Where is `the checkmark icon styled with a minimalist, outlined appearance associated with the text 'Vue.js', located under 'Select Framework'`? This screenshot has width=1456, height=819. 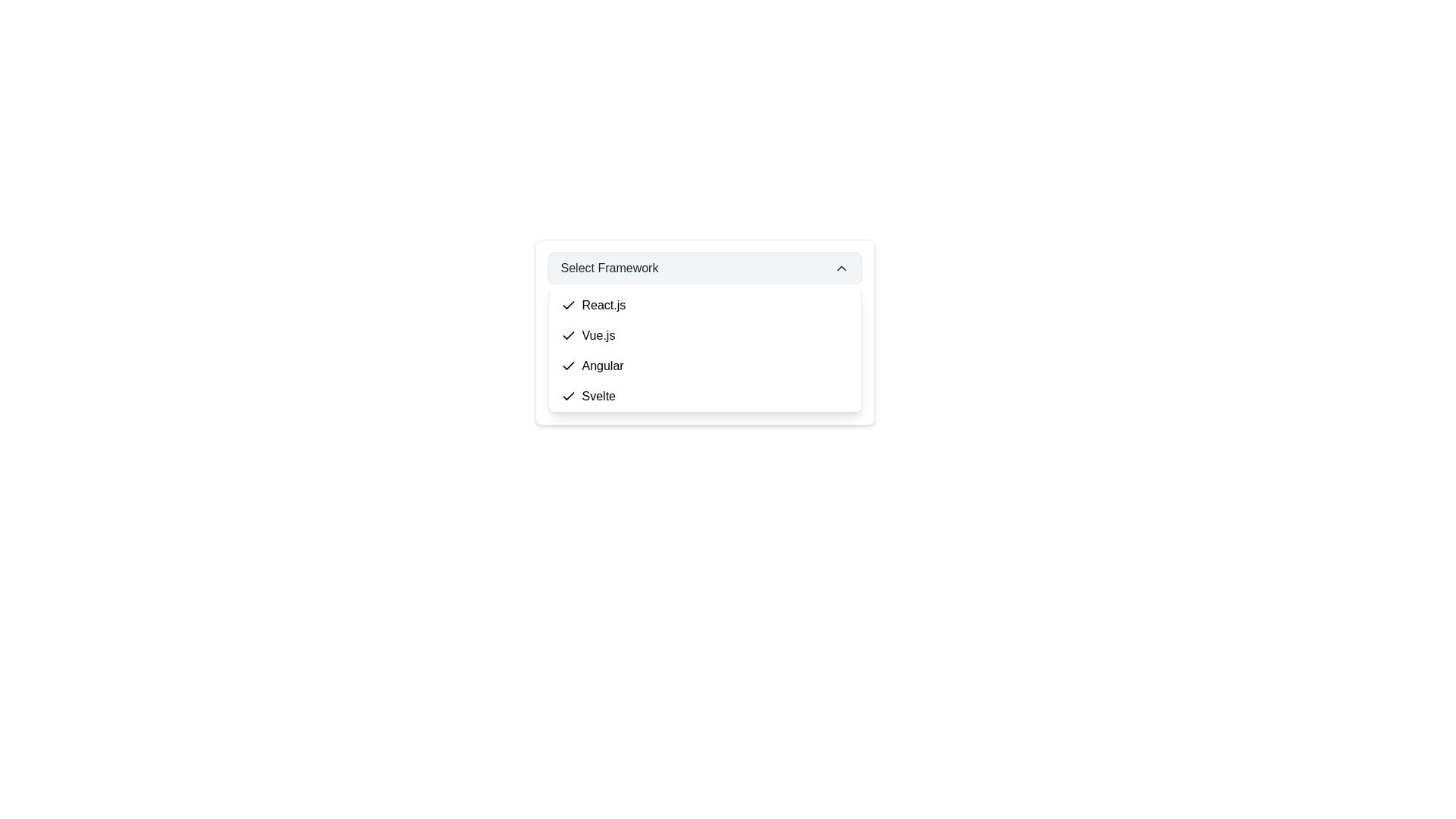 the checkmark icon styled with a minimalist, outlined appearance associated with the text 'Vue.js', located under 'Select Framework' is located at coordinates (567, 335).